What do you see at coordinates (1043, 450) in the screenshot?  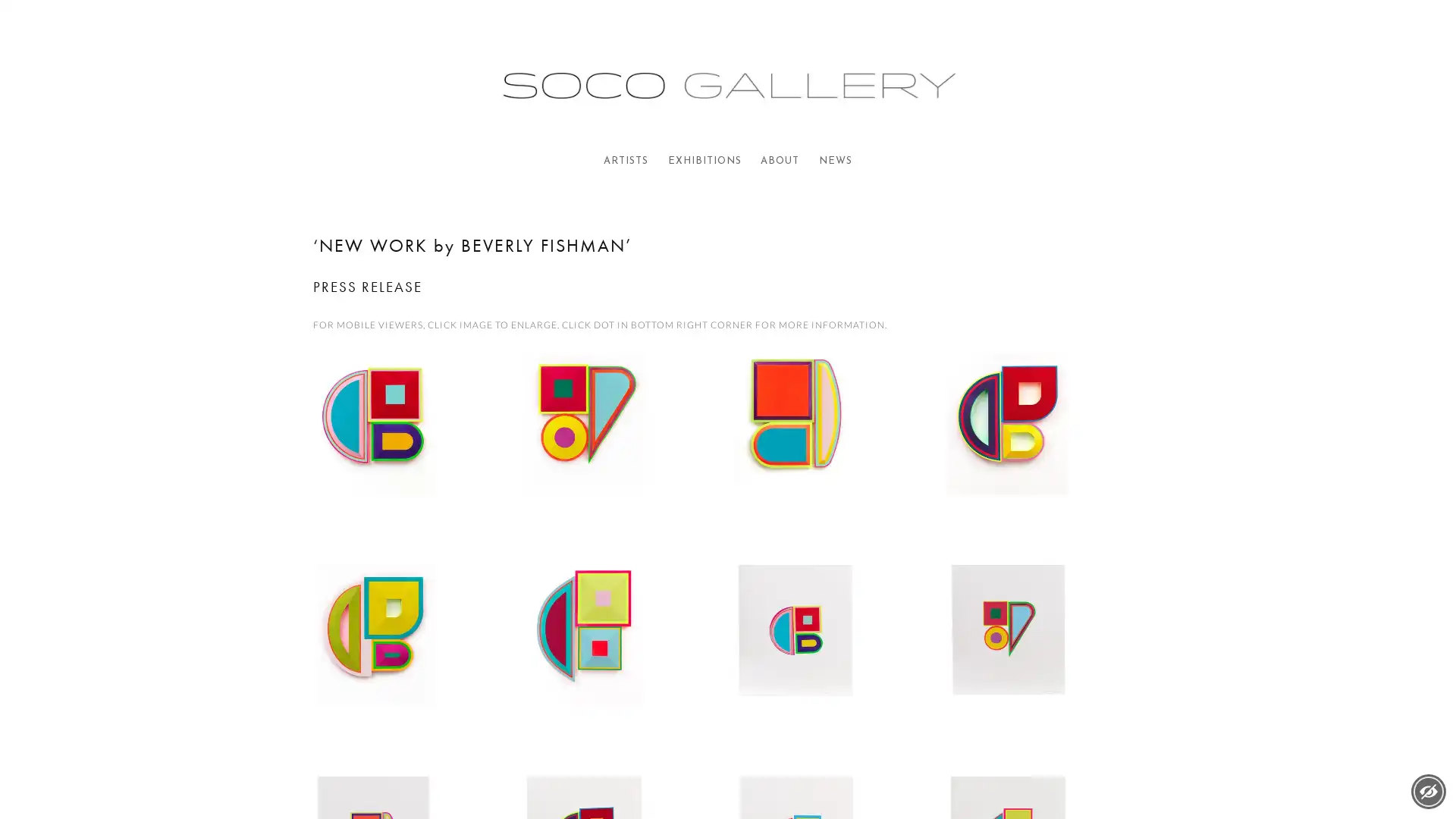 I see `View fullsize BEVERLY FISHMAN Untitled (Pain, Opioid Addiction, Anxiety), 2021 Urethane paint on wood 42.88 x 44 inches INQUIRE +` at bounding box center [1043, 450].